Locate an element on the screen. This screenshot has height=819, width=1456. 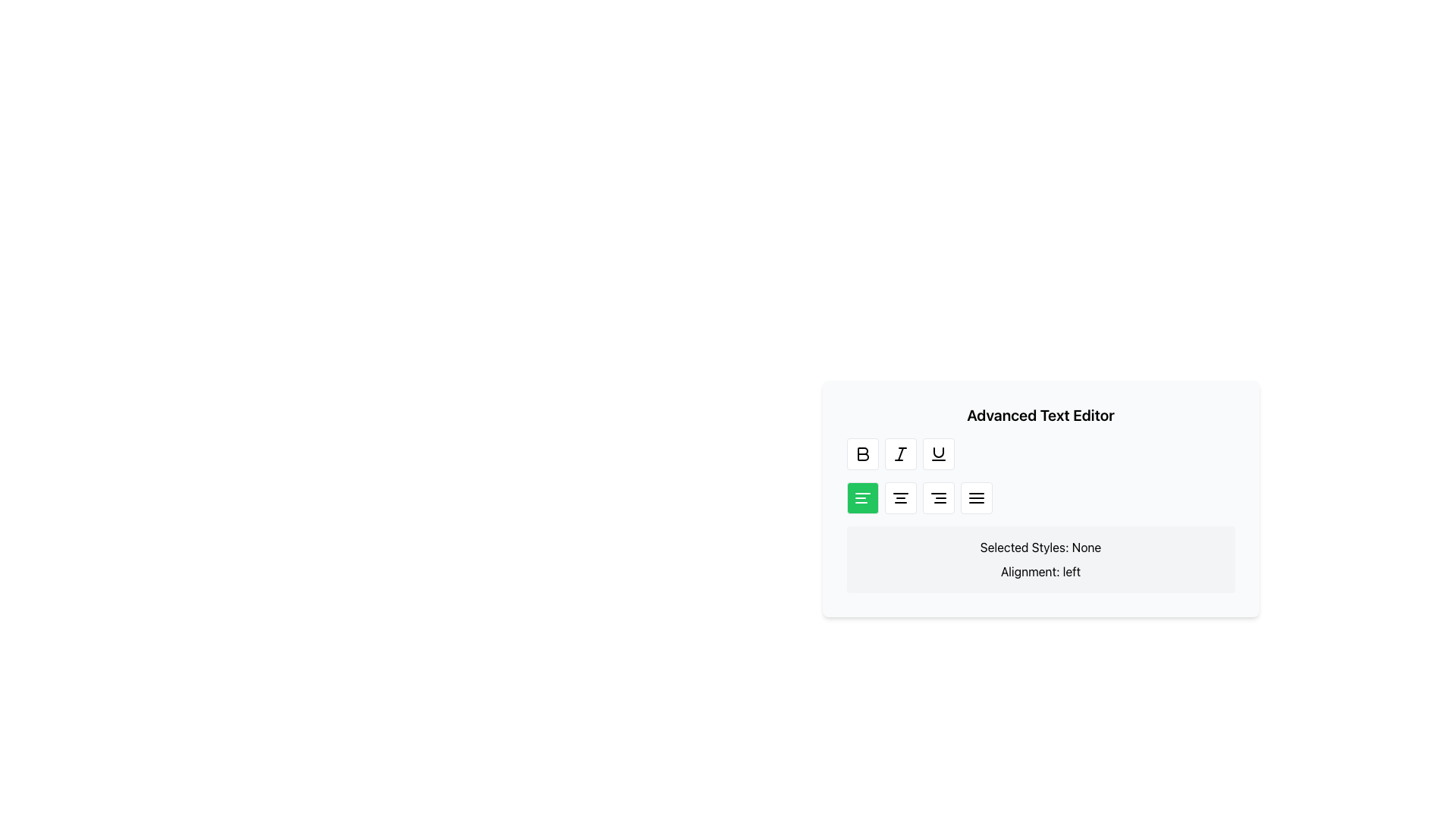
the center alignment button located in the Advanced Text Editor toolbar, positioned between the left and right alignment buttons, to apply center alignment to the selected text is located at coordinates (900, 497).